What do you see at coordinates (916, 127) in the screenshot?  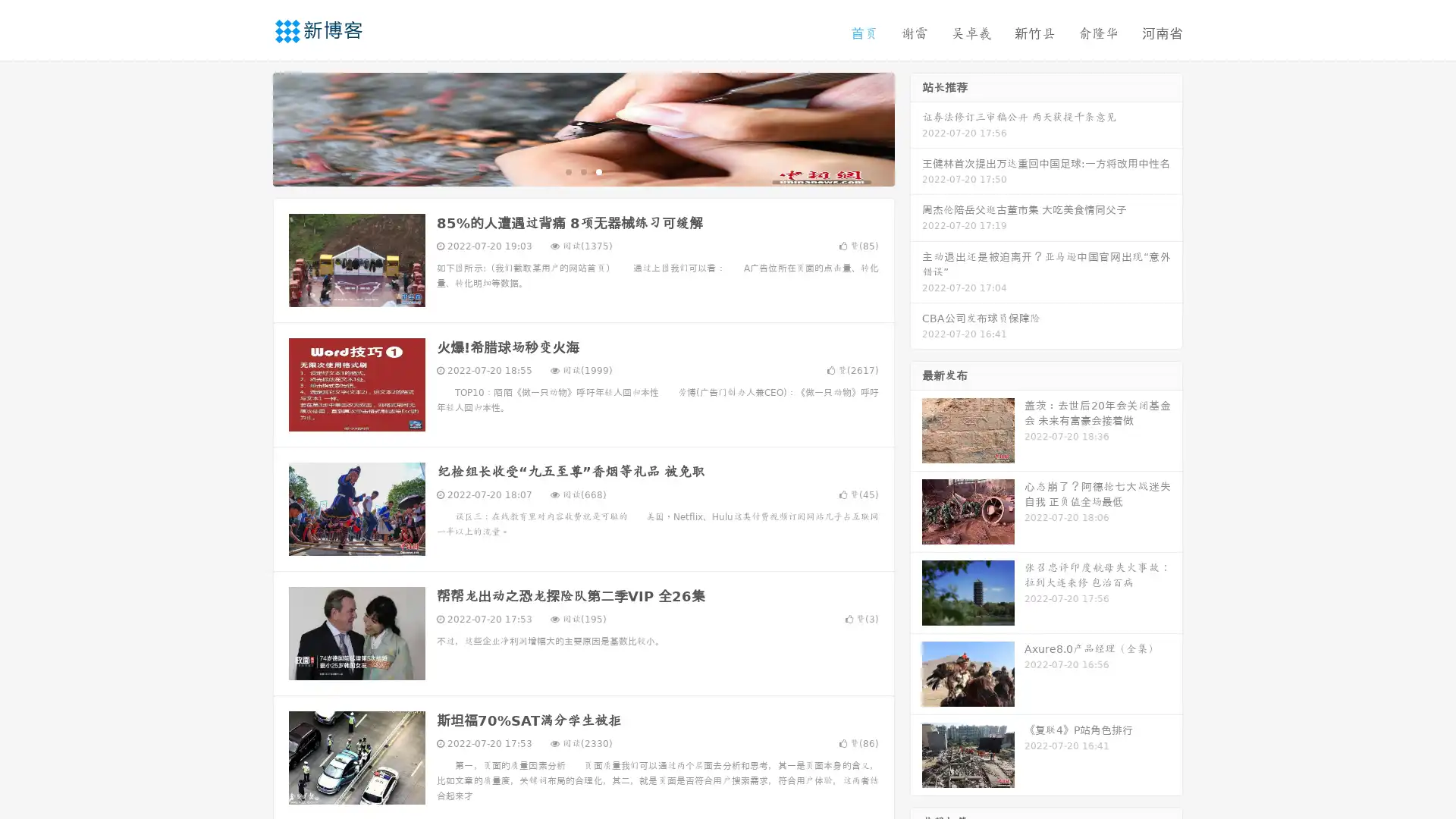 I see `Next slide` at bounding box center [916, 127].